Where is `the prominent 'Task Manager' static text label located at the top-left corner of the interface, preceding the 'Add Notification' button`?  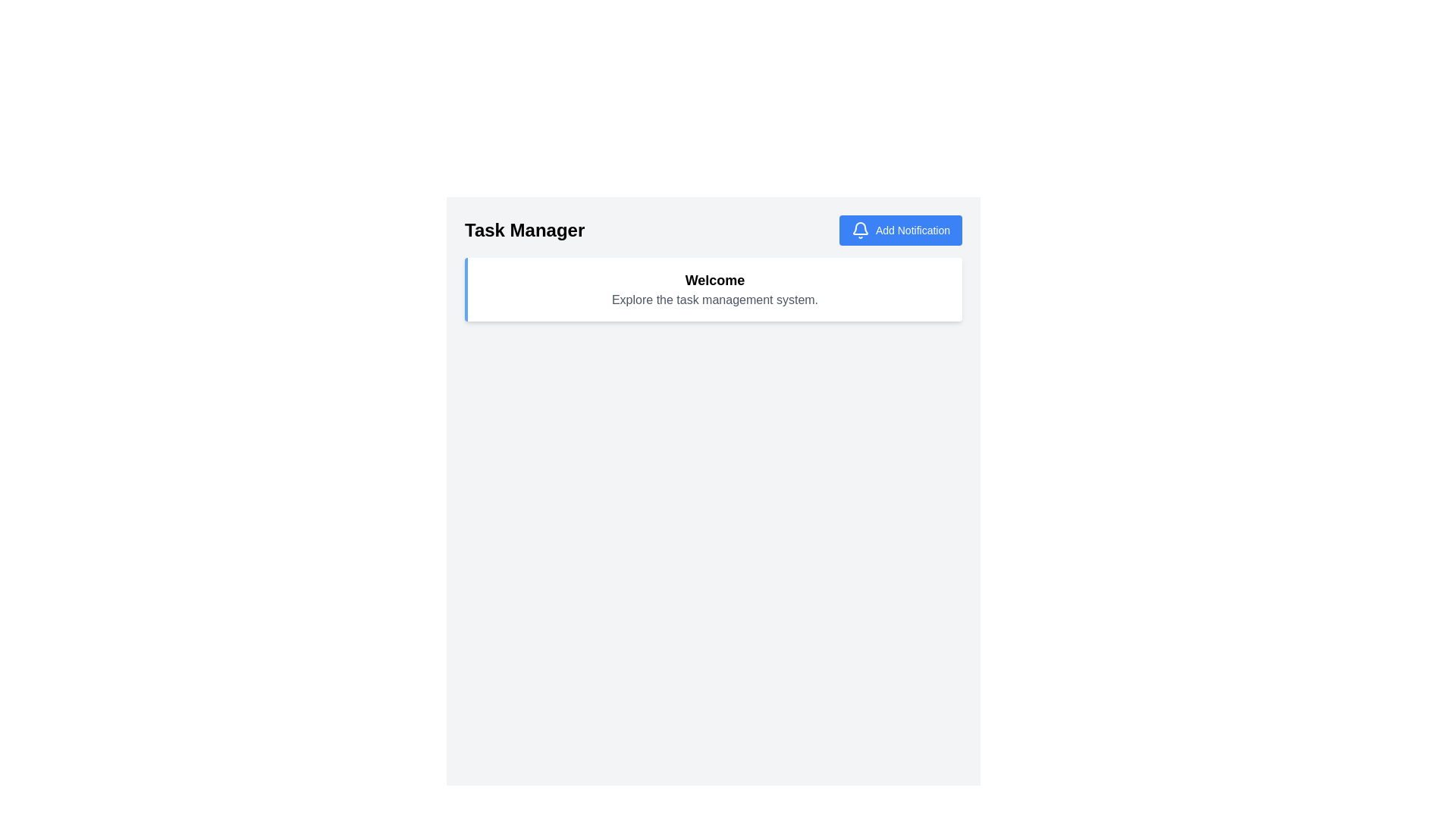 the prominent 'Task Manager' static text label located at the top-left corner of the interface, preceding the 'Add Notification' button is located at coordinates (525, 231).